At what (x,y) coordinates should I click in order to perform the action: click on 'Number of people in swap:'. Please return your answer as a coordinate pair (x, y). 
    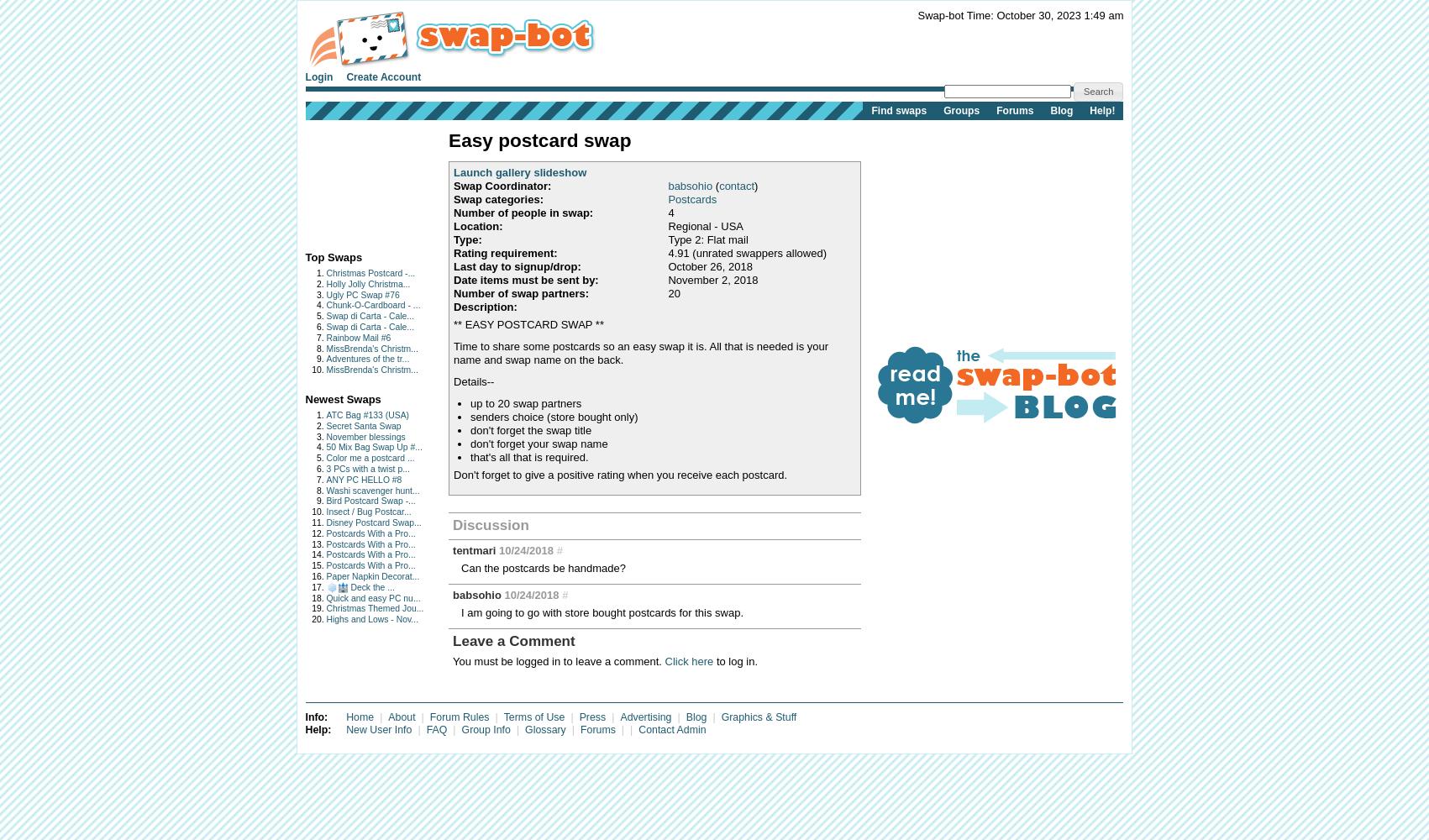
    Looking at the image, I should click on (454, 212).